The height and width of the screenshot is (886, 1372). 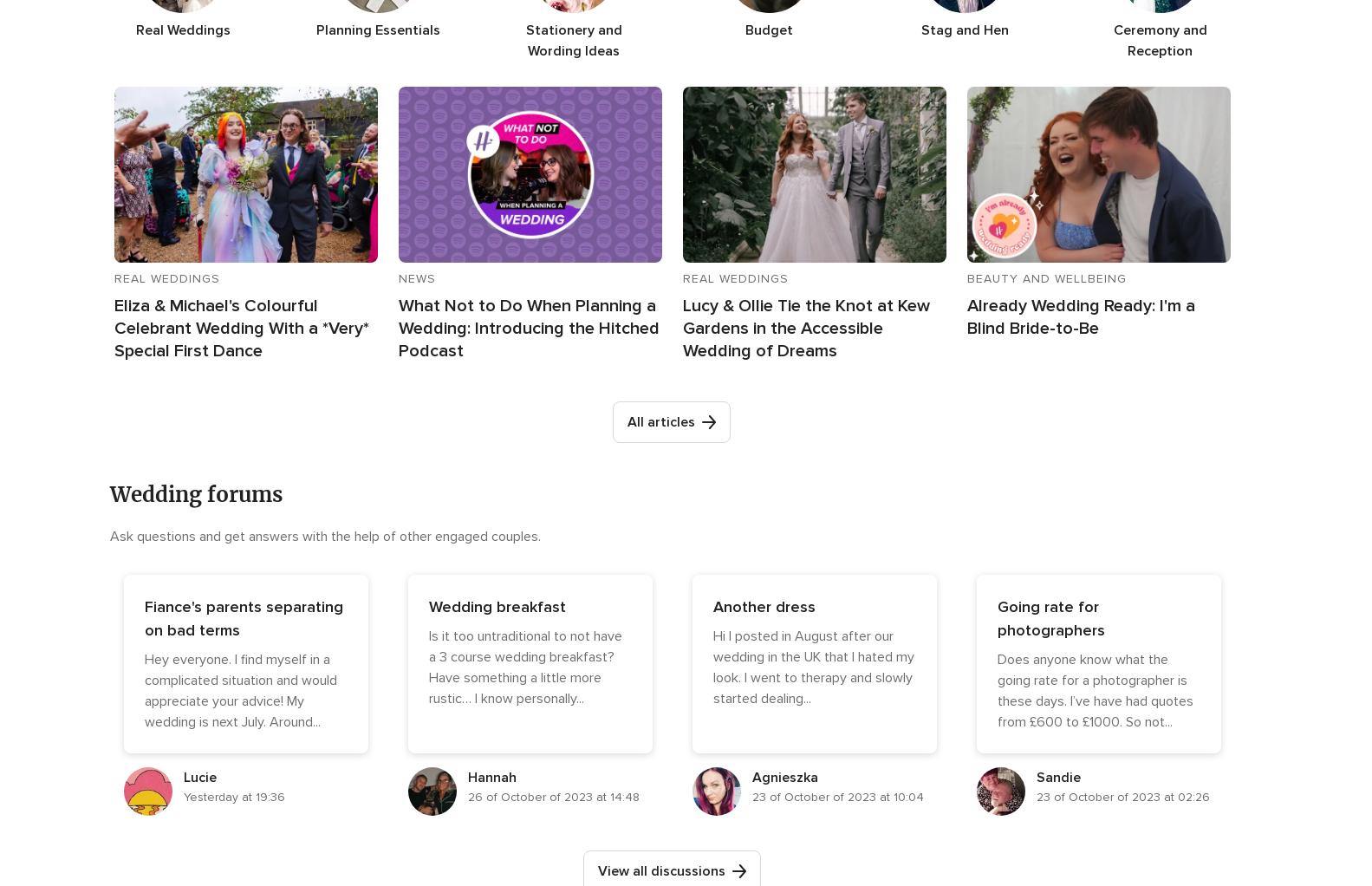 I want to click on 'Beauty and Wellbeing', so click(x=1045, y=277).